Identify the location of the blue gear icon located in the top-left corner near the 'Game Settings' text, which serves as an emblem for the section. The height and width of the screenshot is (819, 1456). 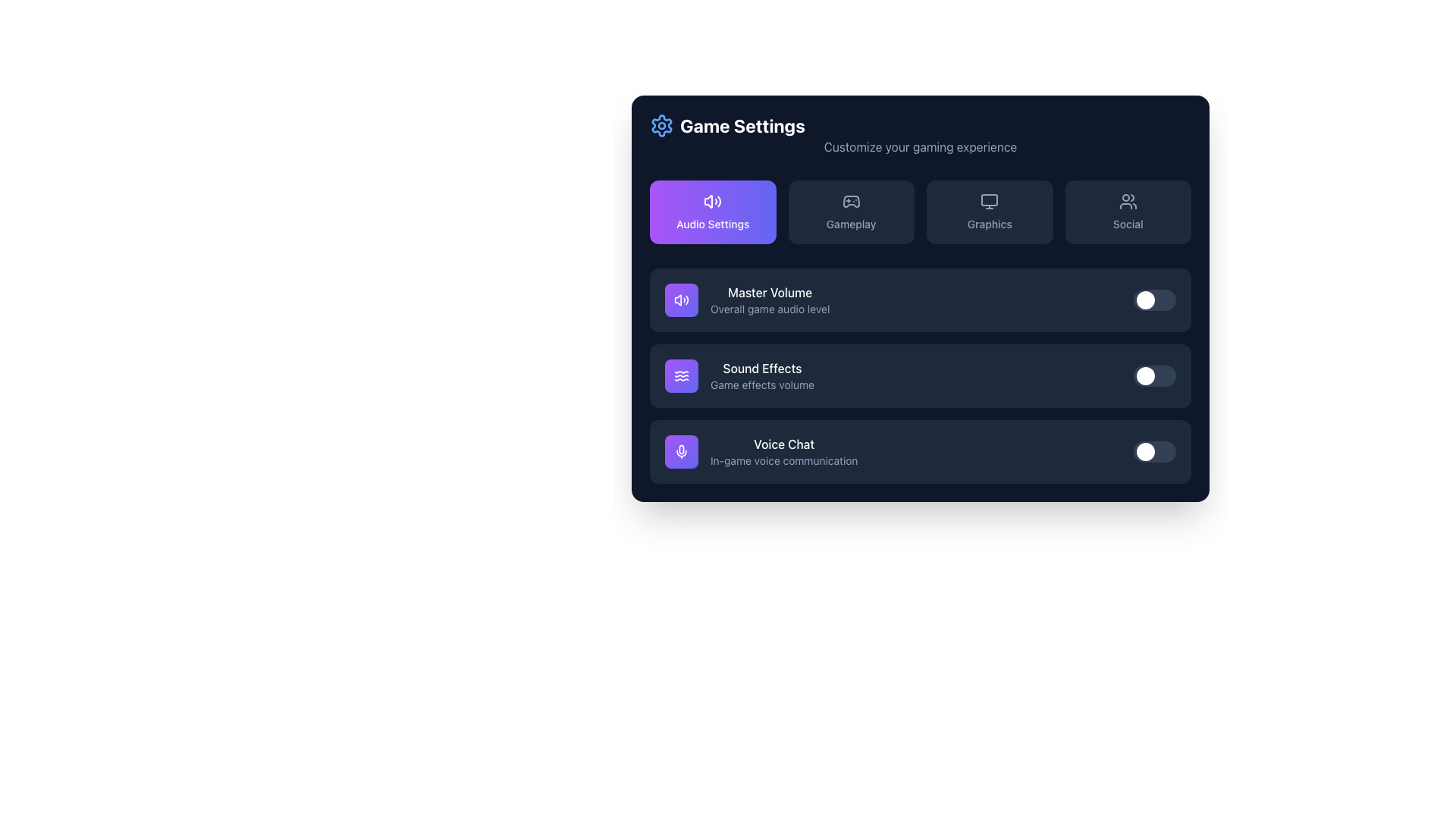
(662, 124).